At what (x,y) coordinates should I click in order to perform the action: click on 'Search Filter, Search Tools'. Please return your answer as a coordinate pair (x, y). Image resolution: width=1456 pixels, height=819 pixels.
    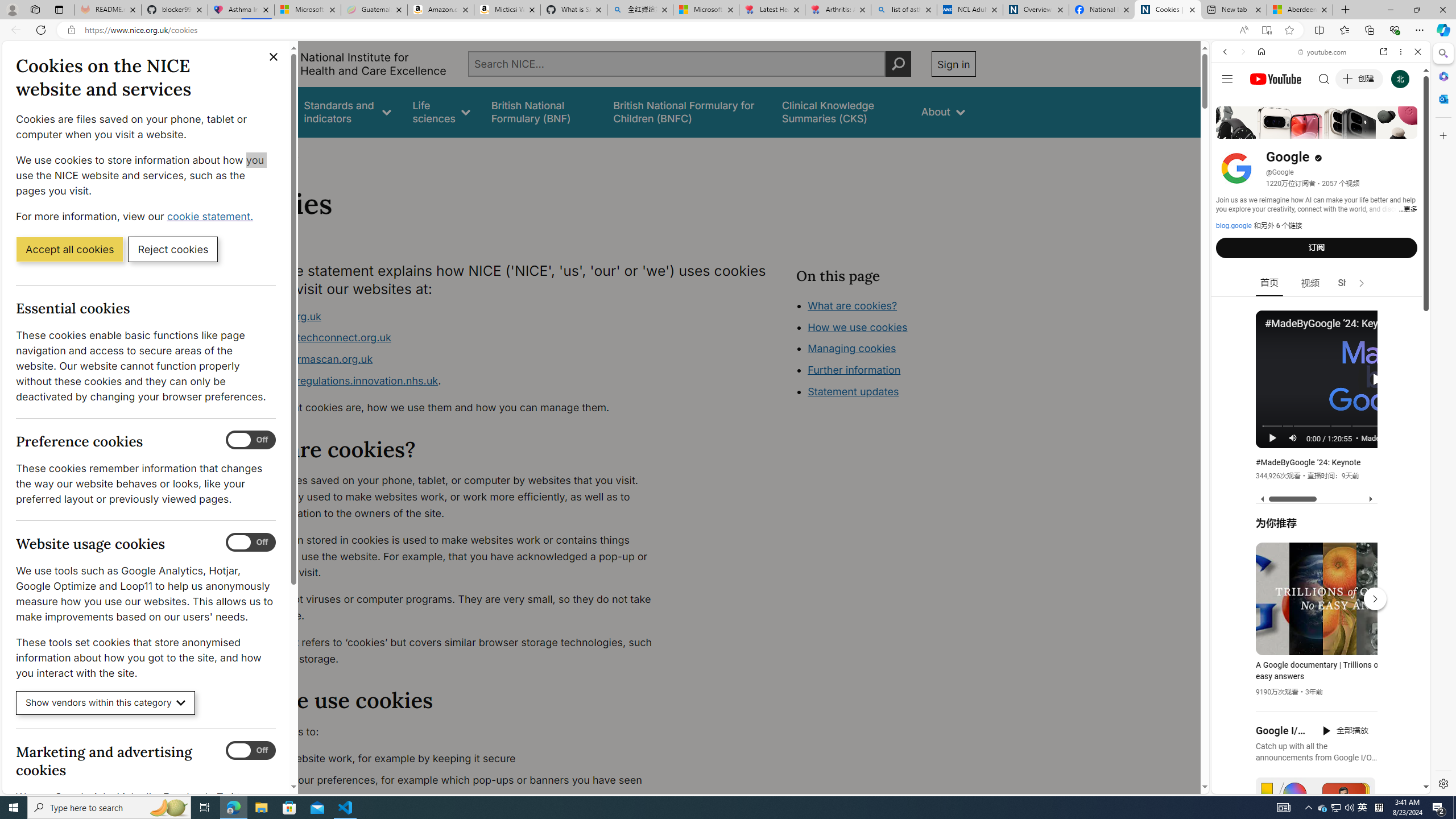
    Looking at the image, I should click on (1350, 129).